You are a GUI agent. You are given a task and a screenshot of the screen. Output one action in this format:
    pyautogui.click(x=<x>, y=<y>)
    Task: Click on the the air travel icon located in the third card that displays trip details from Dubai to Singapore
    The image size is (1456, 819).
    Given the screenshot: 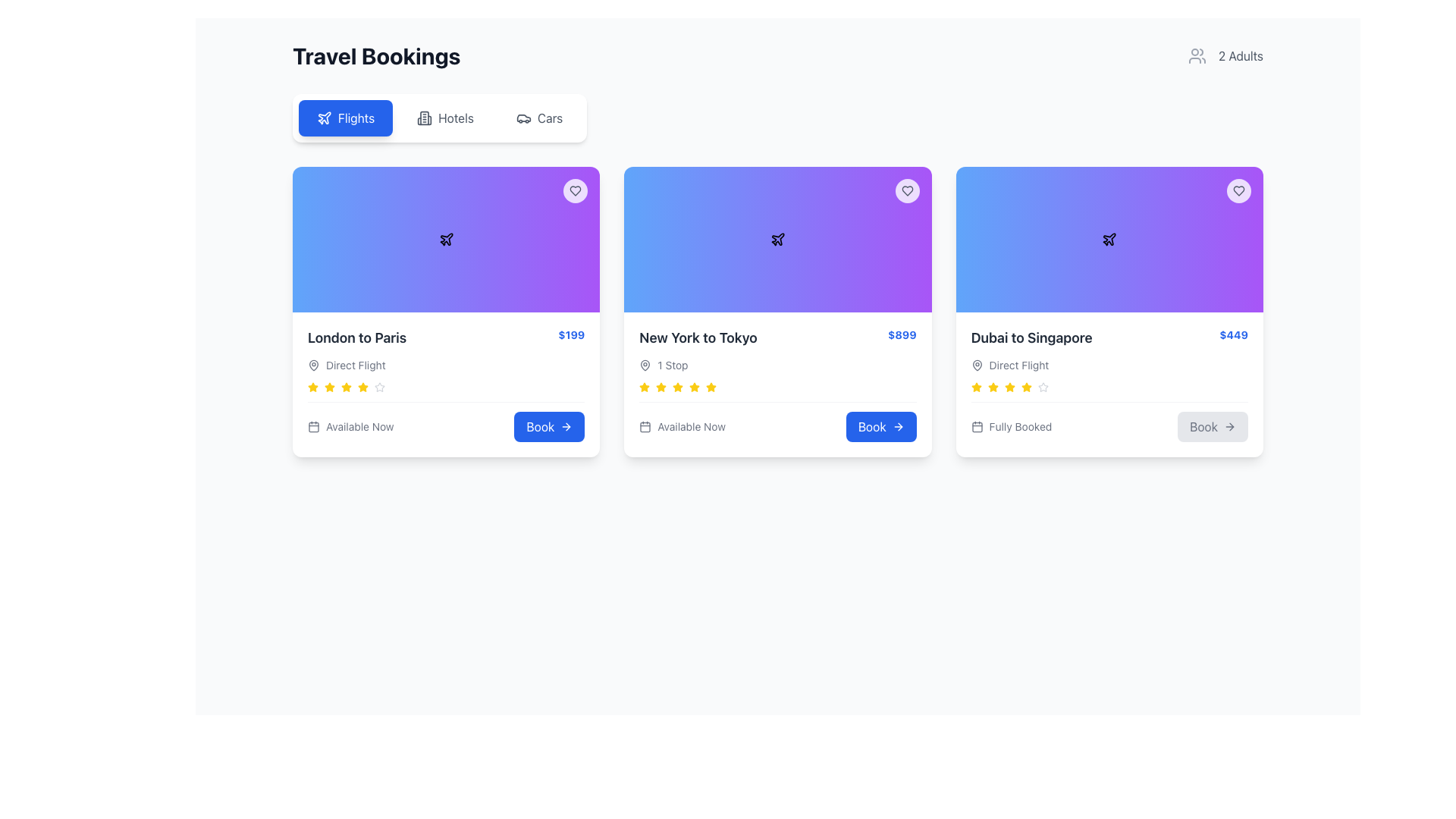 What is the action you would take?
    pyautogui.click(x=1109, y=239)
    